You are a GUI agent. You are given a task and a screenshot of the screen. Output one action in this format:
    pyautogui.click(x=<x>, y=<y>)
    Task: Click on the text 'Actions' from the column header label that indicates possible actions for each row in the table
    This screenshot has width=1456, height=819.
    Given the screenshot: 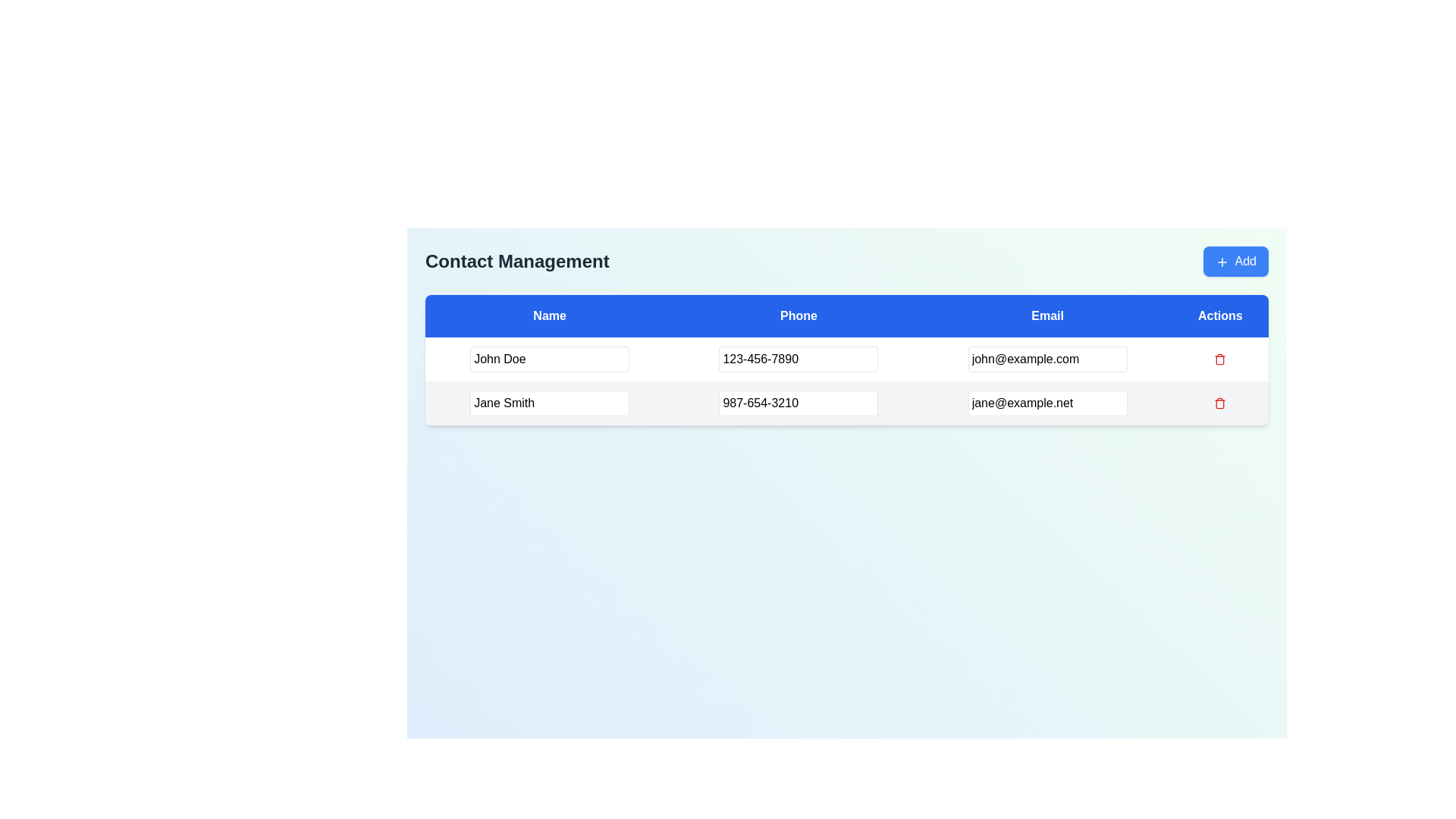 What is the action you would take?
    pyautogui.click(x=1220, y=315)
    